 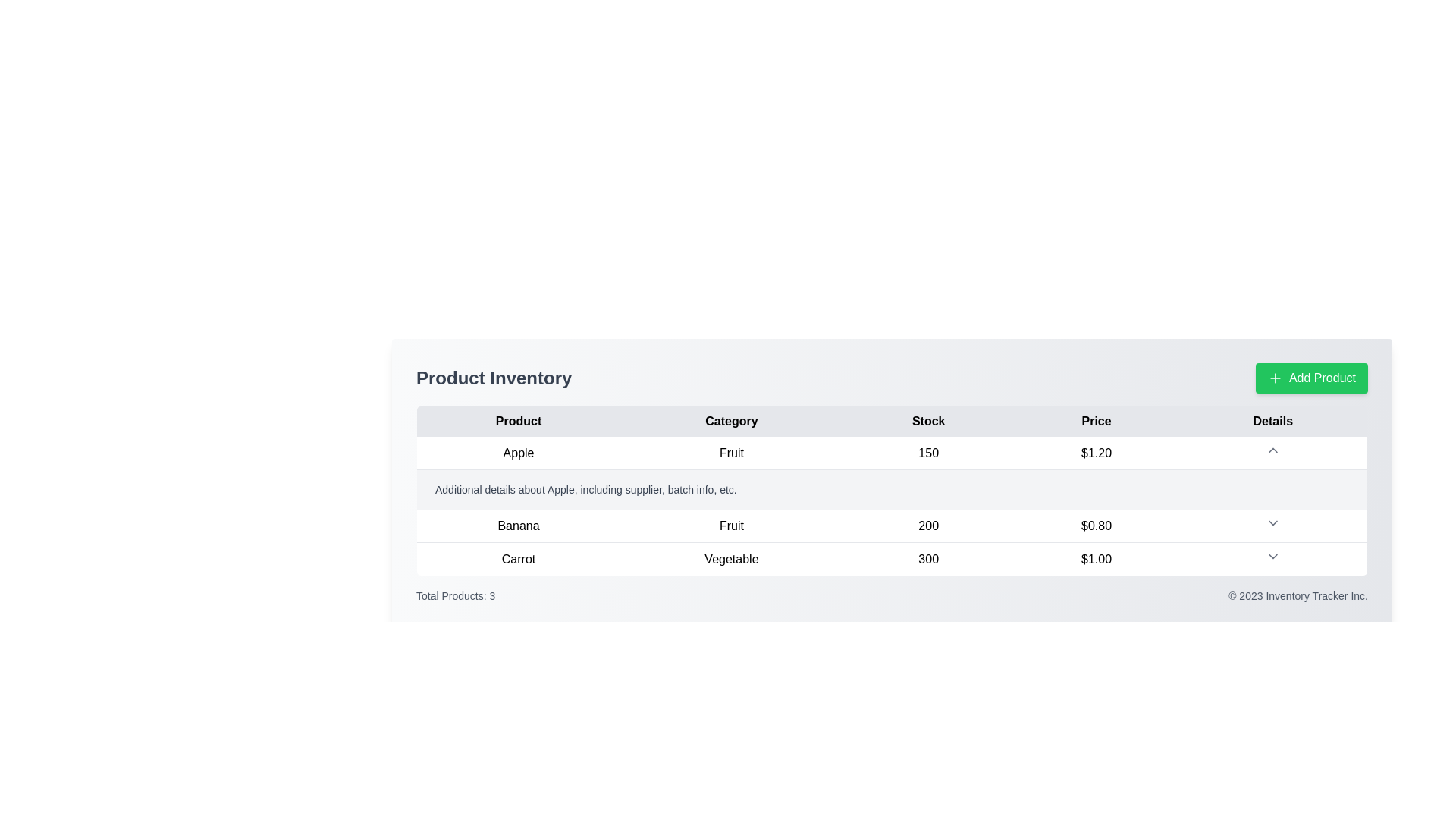 I want to click on the second row of the 'Product Inventory' table that displays details about the product 'Banana', including its category, stock, and price, so click(x=892, y=525).